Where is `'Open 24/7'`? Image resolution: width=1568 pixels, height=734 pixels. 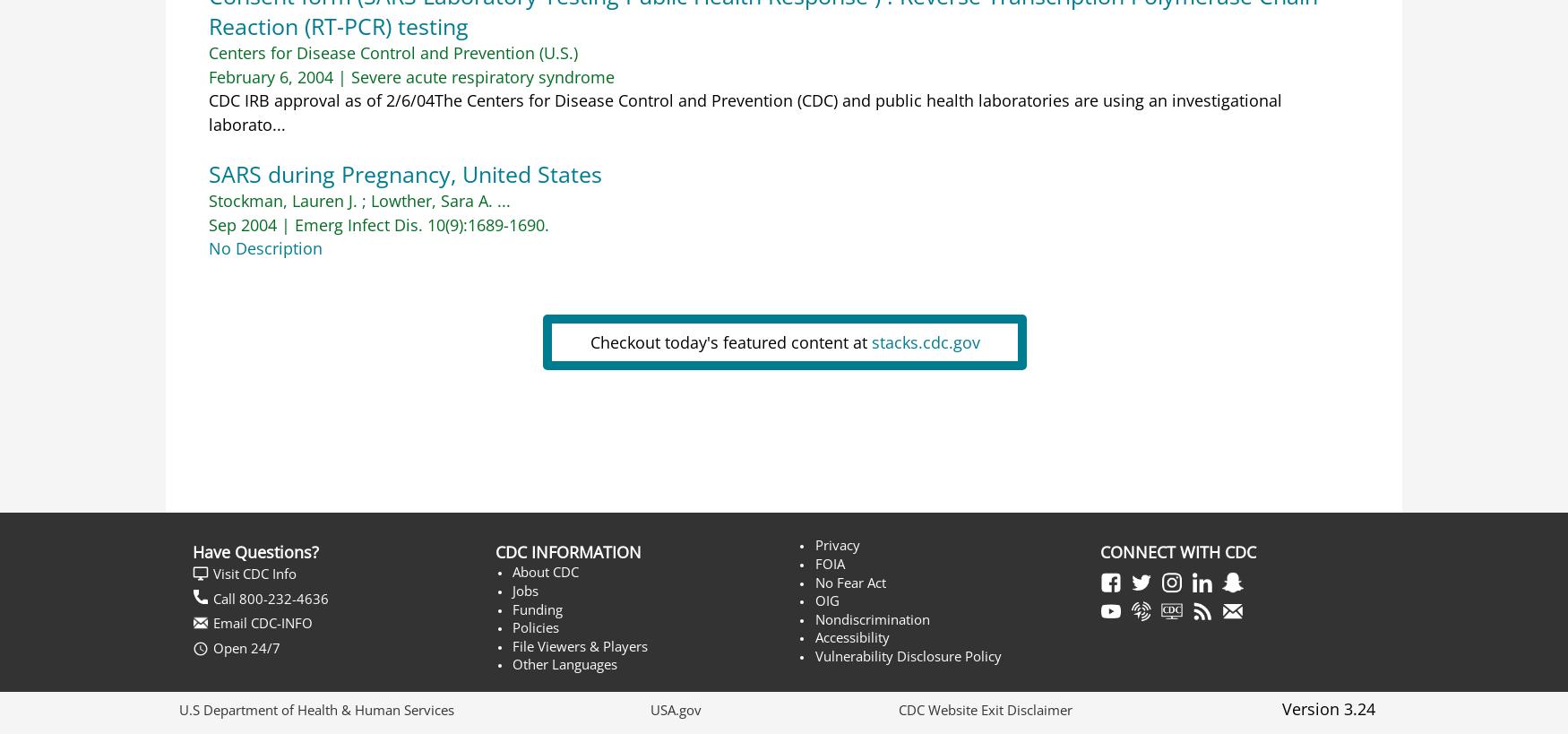 'Open 24/7' is located at coordinates (246, 647).